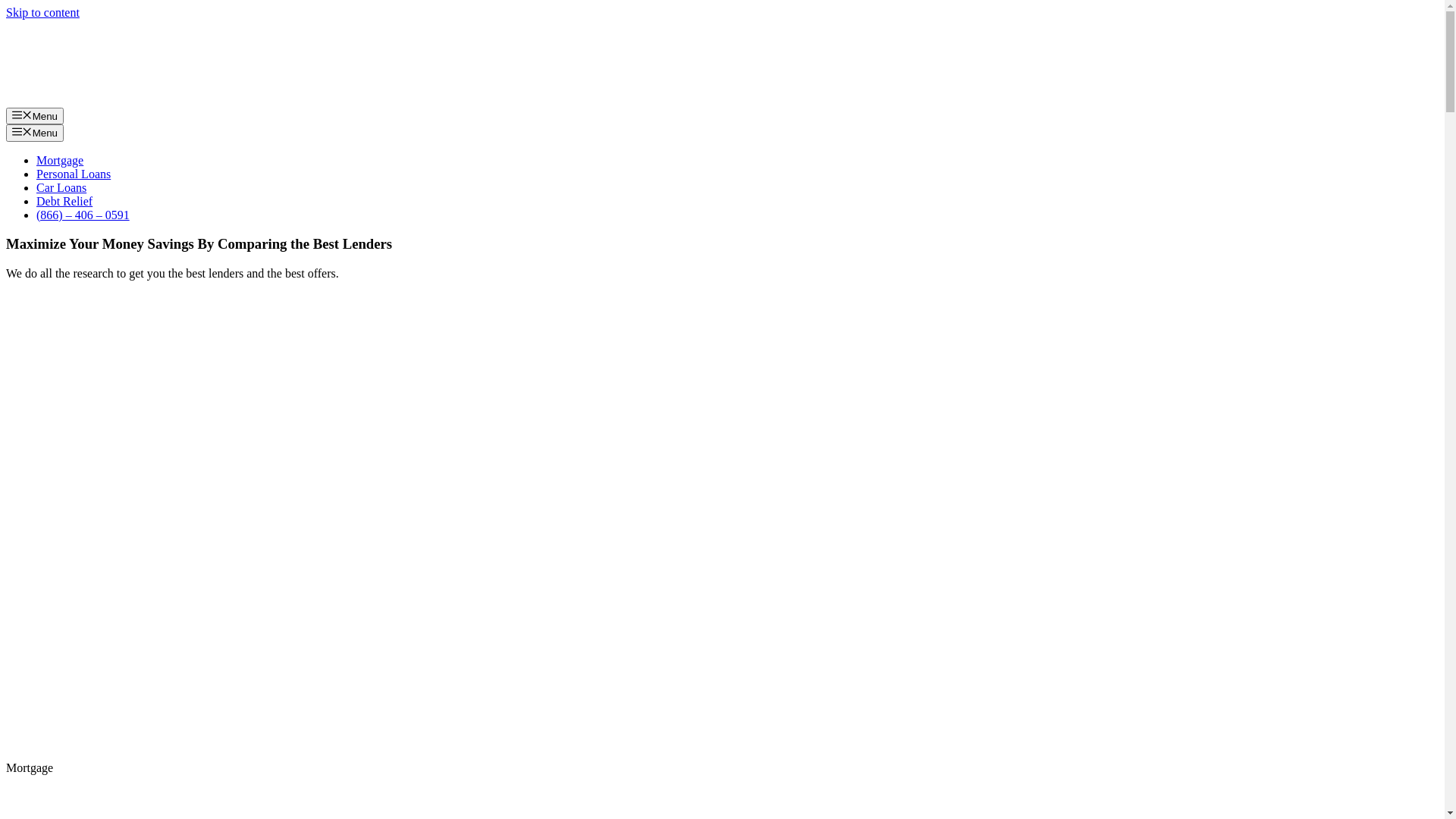 The image size is (1456, 819). What do you see at coordinates (72, 173) in the screenshot?
I see `'Personal Loans'` at bounding box center [72, 173].